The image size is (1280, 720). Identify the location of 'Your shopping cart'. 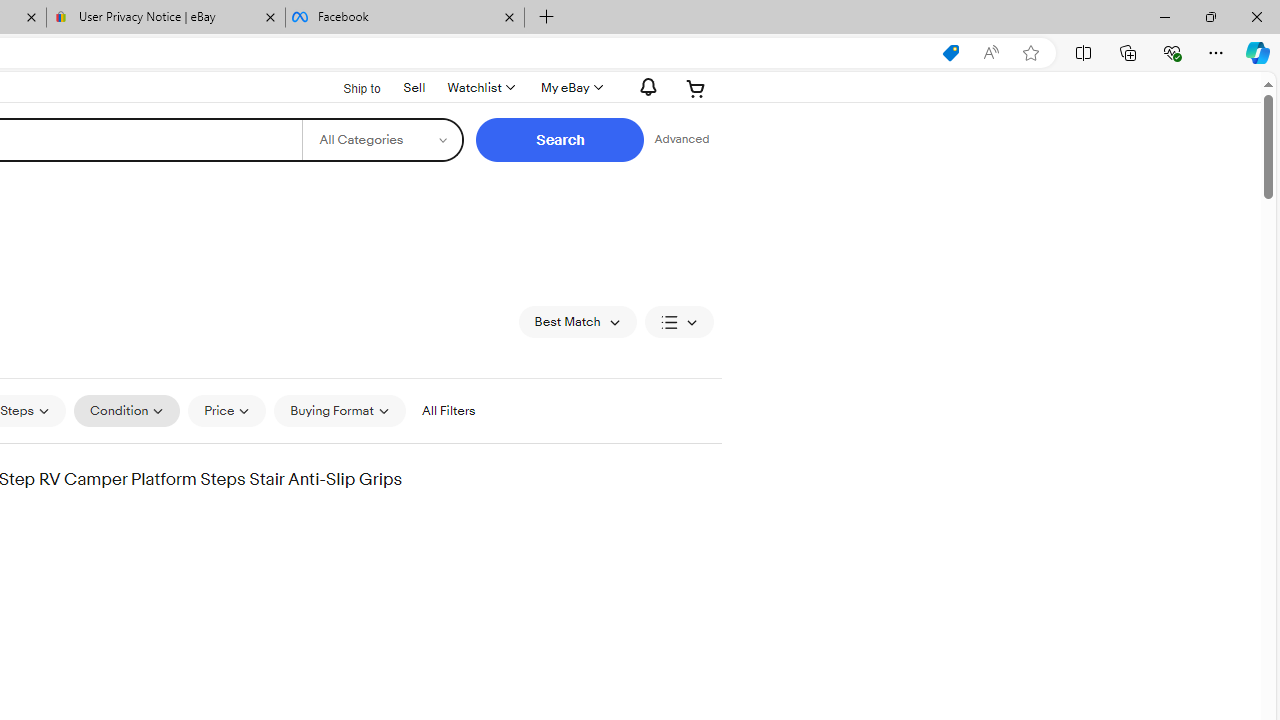
(696, 87).